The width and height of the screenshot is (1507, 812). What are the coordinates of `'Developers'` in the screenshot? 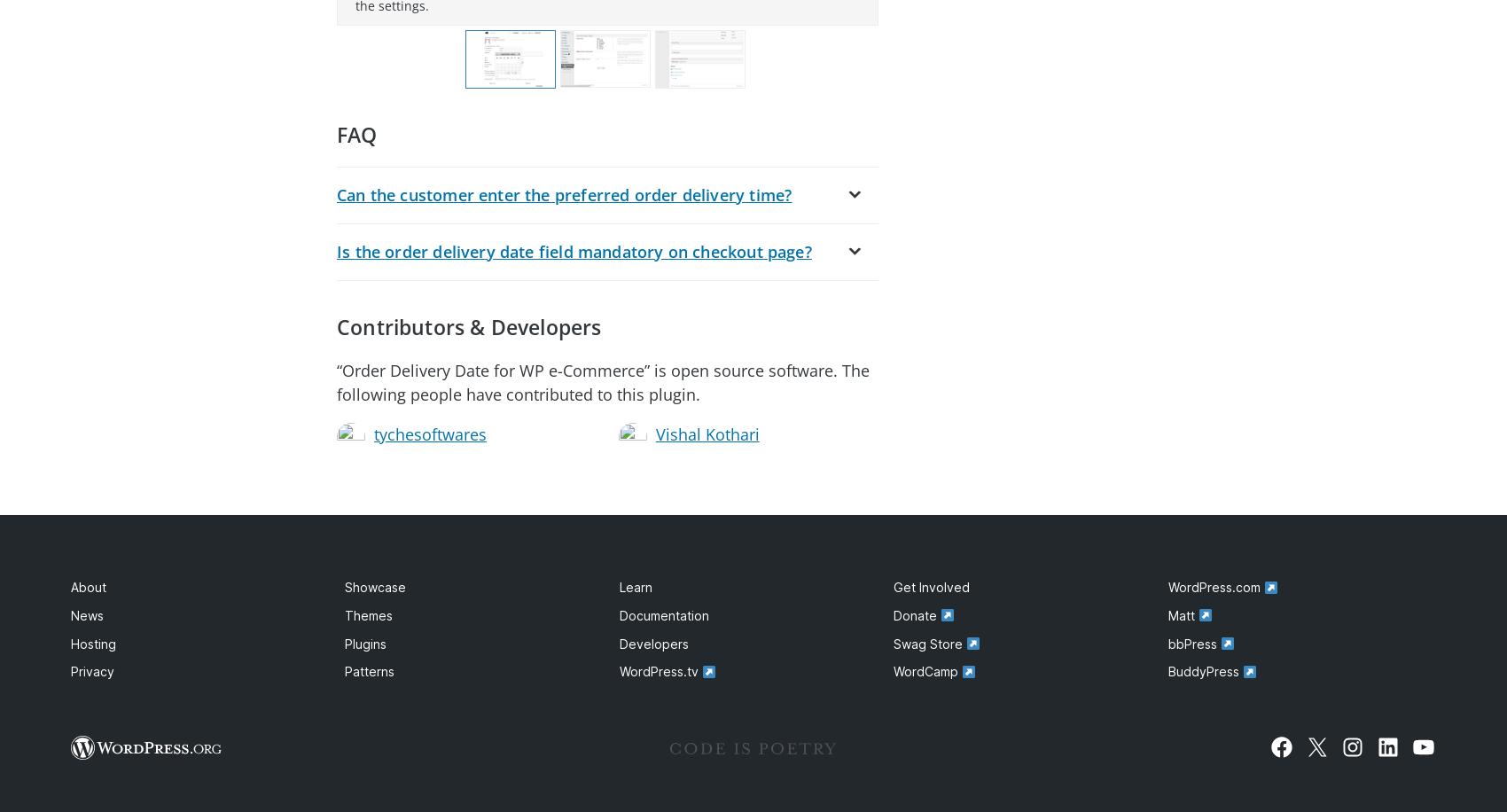 It's located at (652, 643).